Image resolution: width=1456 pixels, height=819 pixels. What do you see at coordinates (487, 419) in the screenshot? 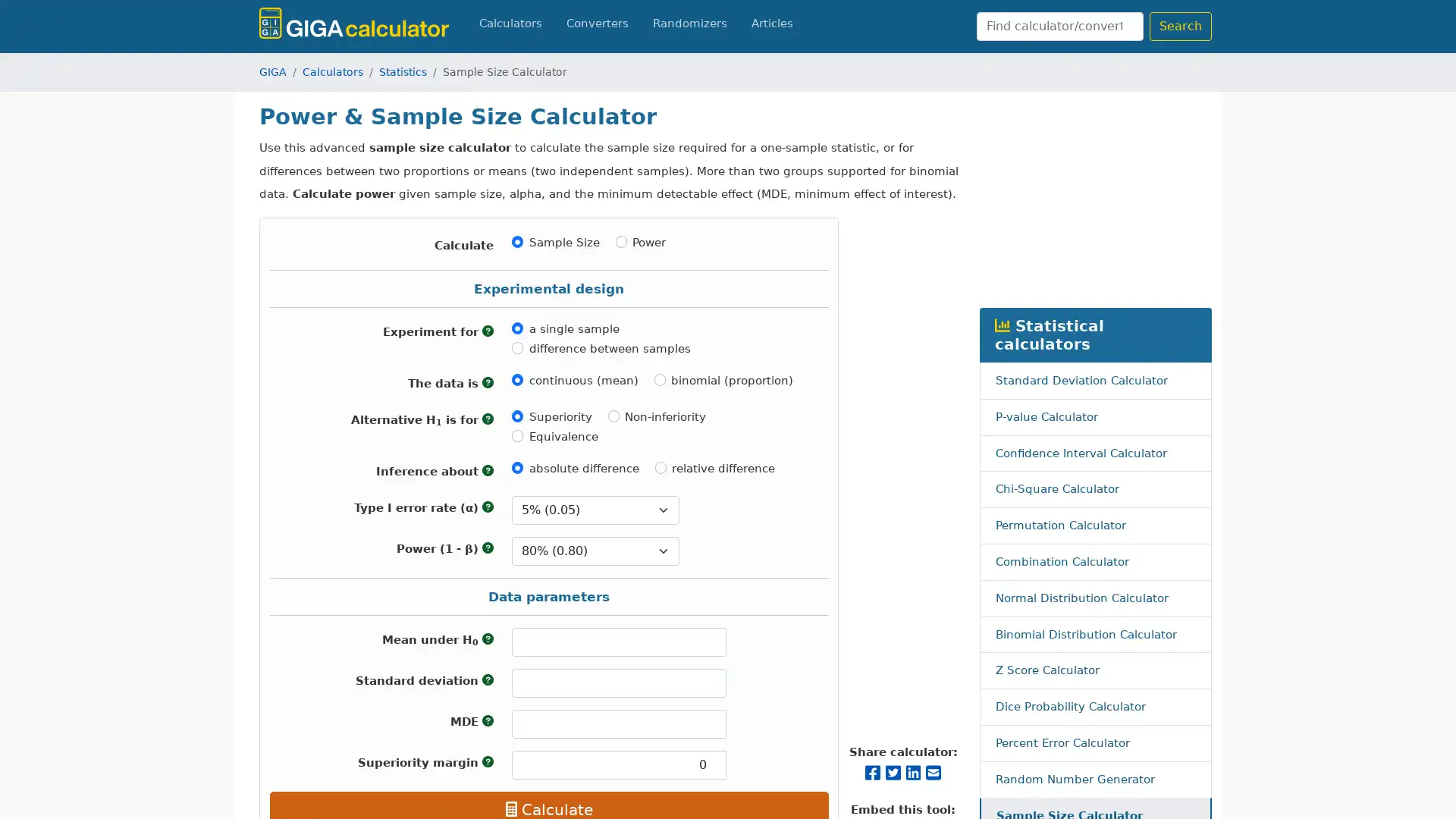
I see `Help: Alternative H1 is for` at bounding box center [487, 419].